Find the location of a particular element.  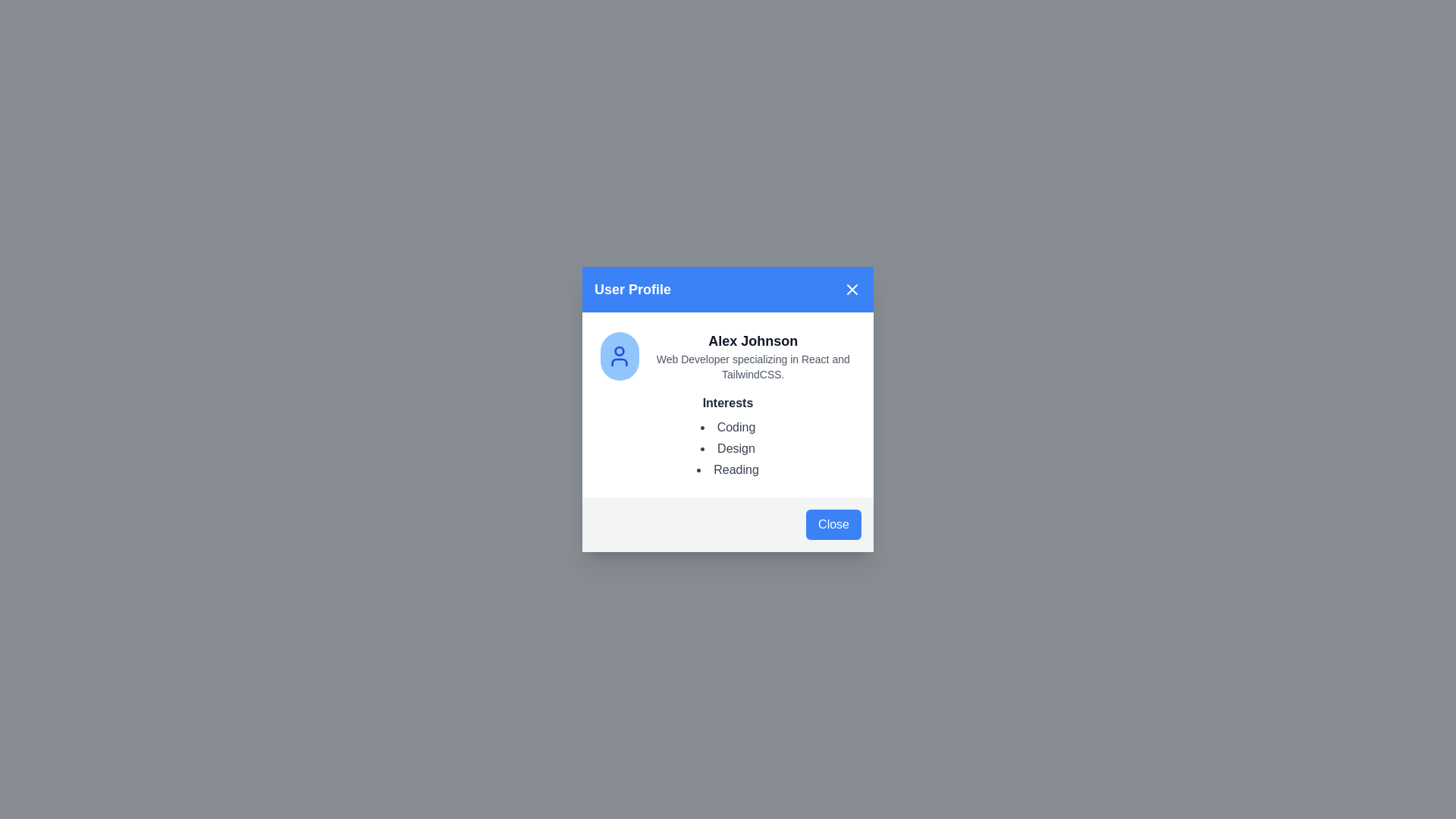

the close icon represented by an 'X' shape located in the top-right corner of the blue header bar of the 'User Profile' modal to provide visual feedback is located at coordinates (852, 289).